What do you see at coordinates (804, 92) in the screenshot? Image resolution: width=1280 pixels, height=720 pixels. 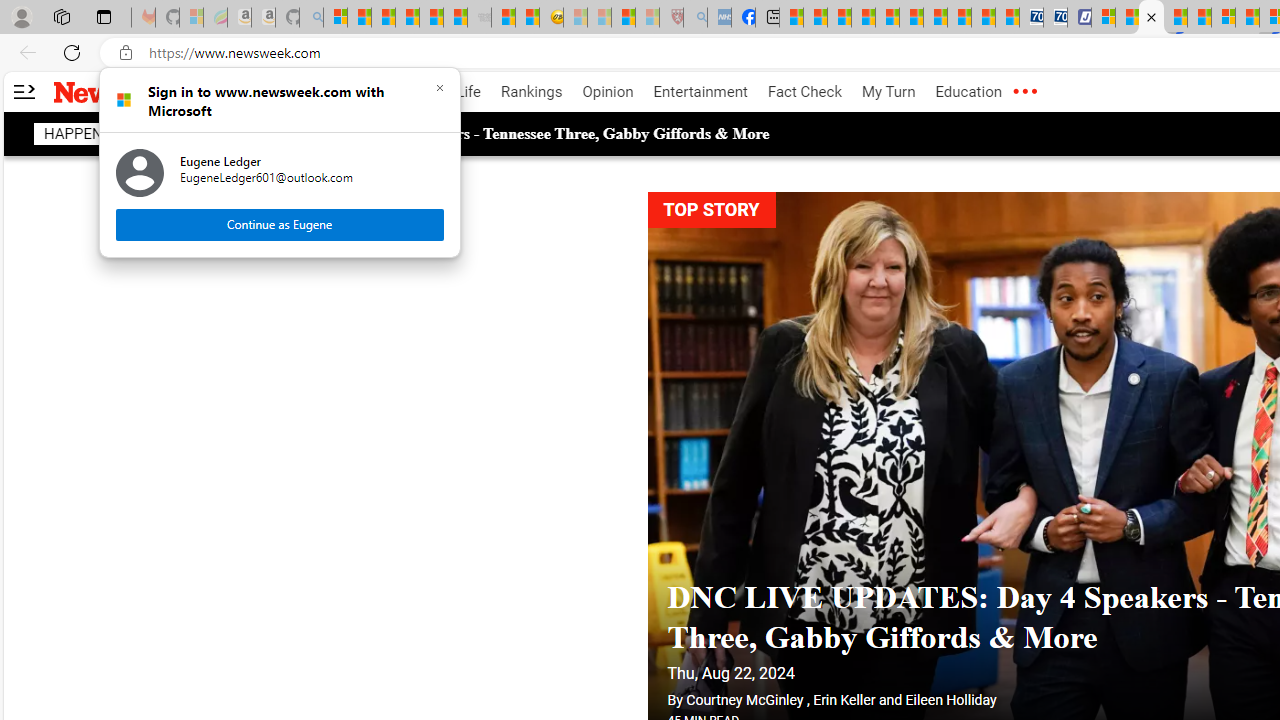 I see `'Fact Check'` at bounding box center [804, 92].